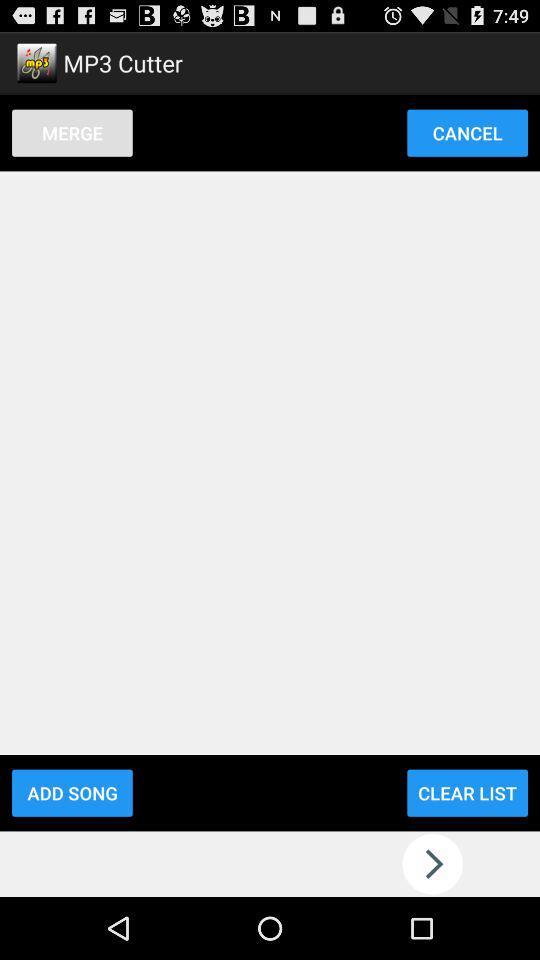 Image resolution: width=540 pixels, height=960 pixels. I want to click on the clear list icon, so click(467, 793).